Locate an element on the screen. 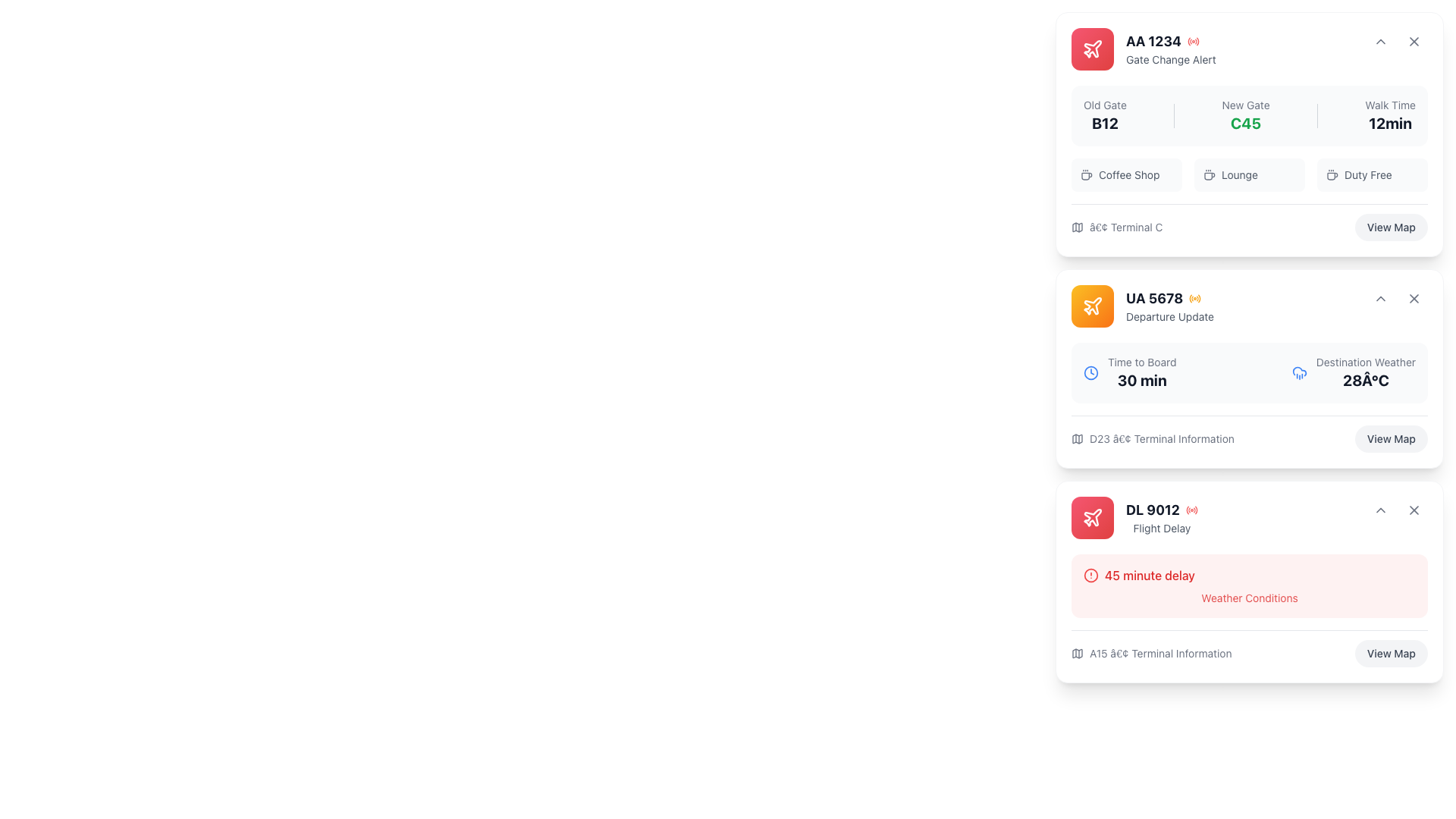  the airplane-shaped icon with a stroke-style drawing located within the circular button on the second notification card titled UA 5678 is located at coordinates (1092, 306).